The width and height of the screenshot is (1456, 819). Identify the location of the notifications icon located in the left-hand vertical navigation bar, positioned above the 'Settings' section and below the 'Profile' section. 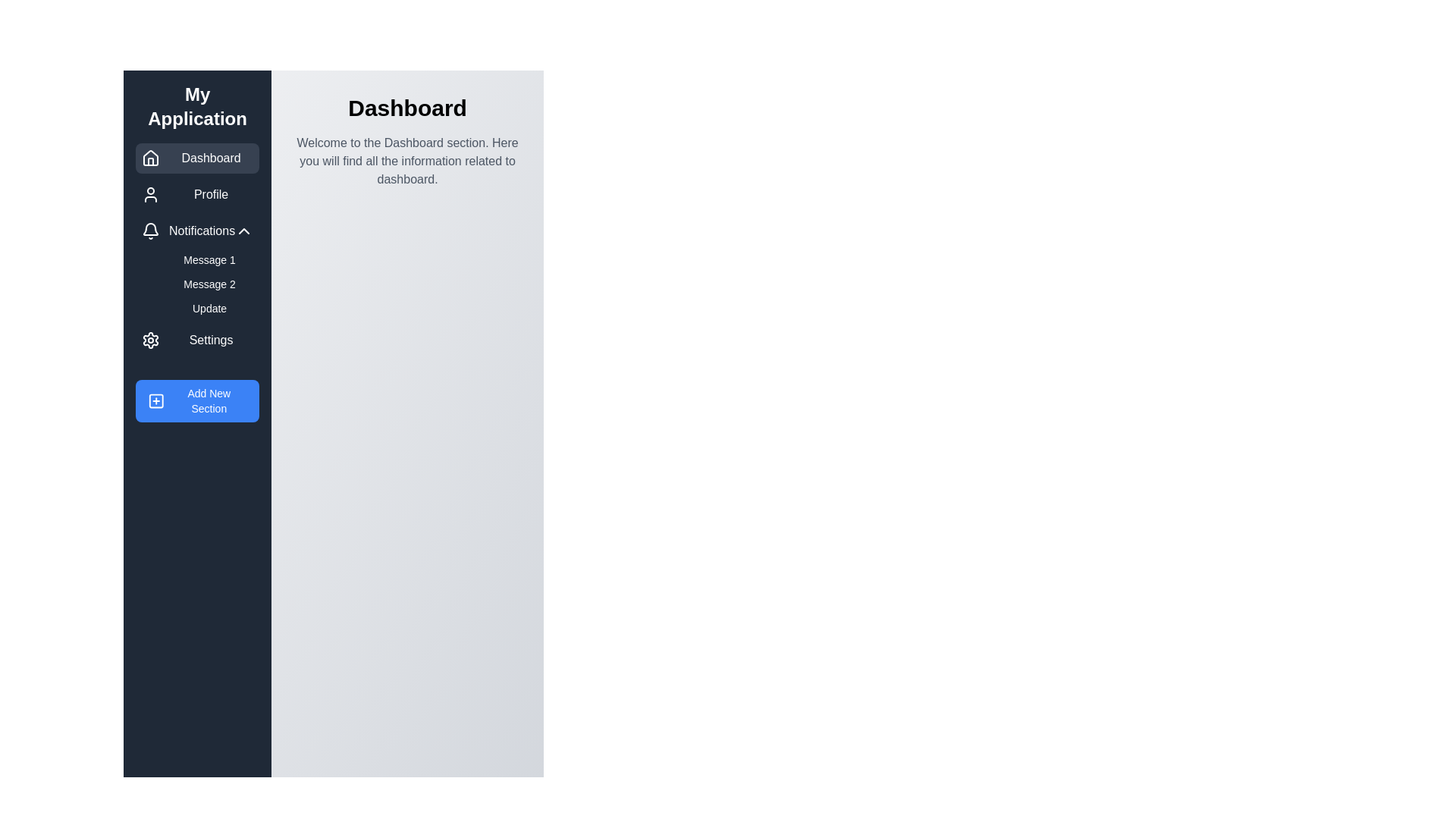
(150, 231).